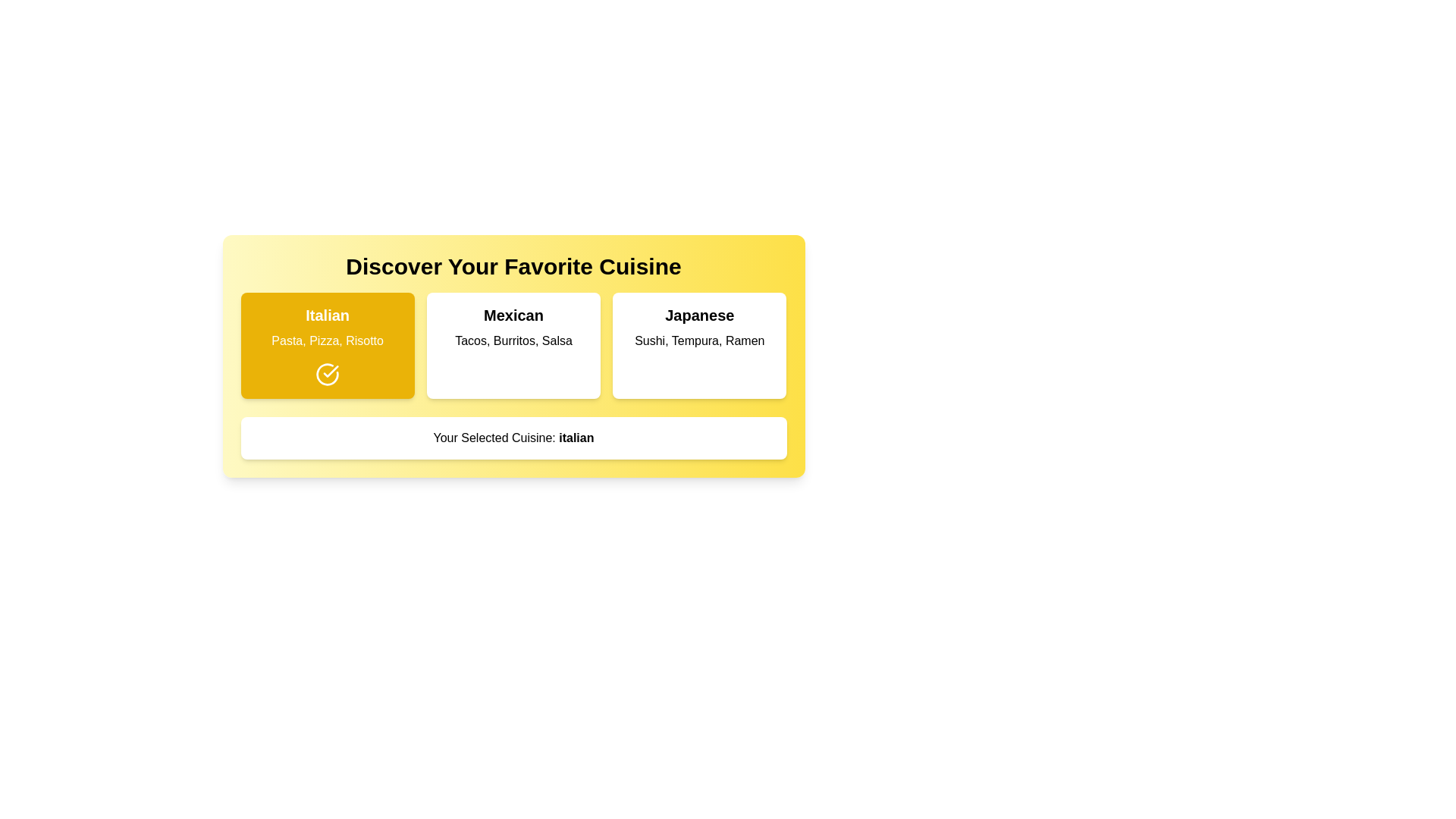 The image size is (1456, 819). Describe the element at coordinates (327, 327) in the screenshot. I see `contents of the text label displaying 'Italian' as a bold heading and 'Pasta, Pizza, Risotto' as regular text, located inside a yellow background box with rounded corners in the top-left card` at that location.